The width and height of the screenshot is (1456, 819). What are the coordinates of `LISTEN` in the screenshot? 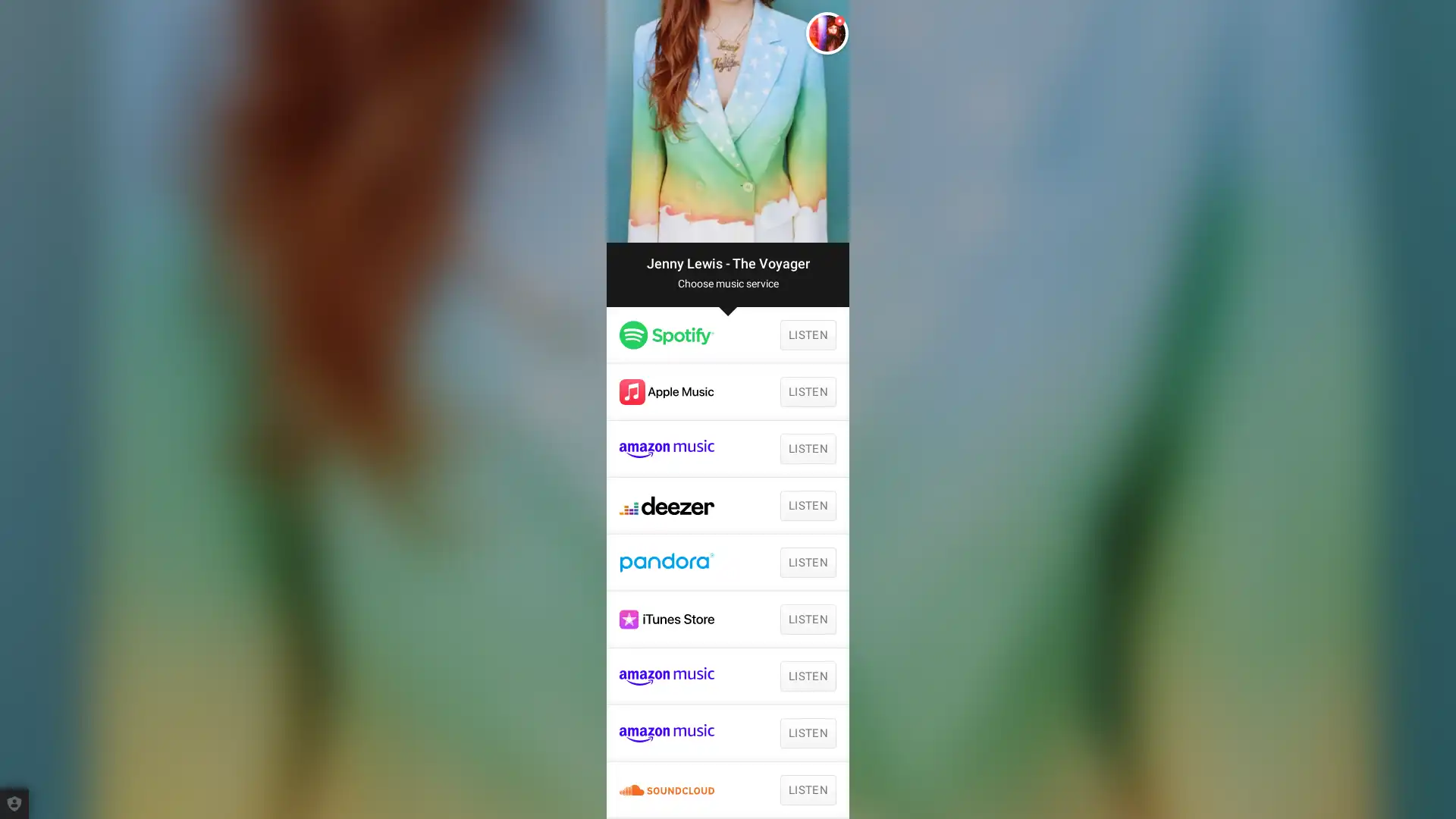 It's located at (807, 789).